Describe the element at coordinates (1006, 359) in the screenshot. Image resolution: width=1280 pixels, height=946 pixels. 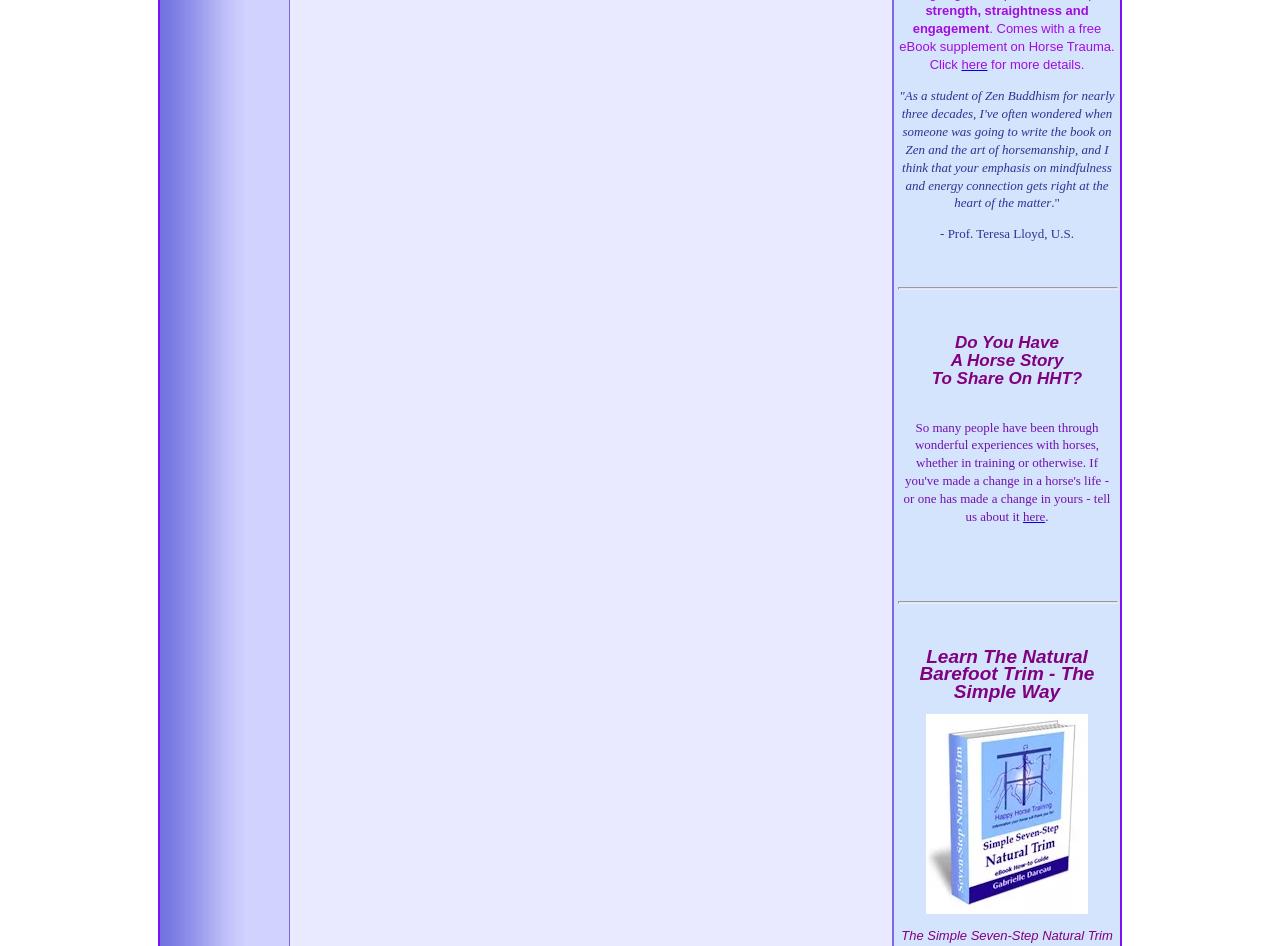
I see `'A Horse Story'` at that location.